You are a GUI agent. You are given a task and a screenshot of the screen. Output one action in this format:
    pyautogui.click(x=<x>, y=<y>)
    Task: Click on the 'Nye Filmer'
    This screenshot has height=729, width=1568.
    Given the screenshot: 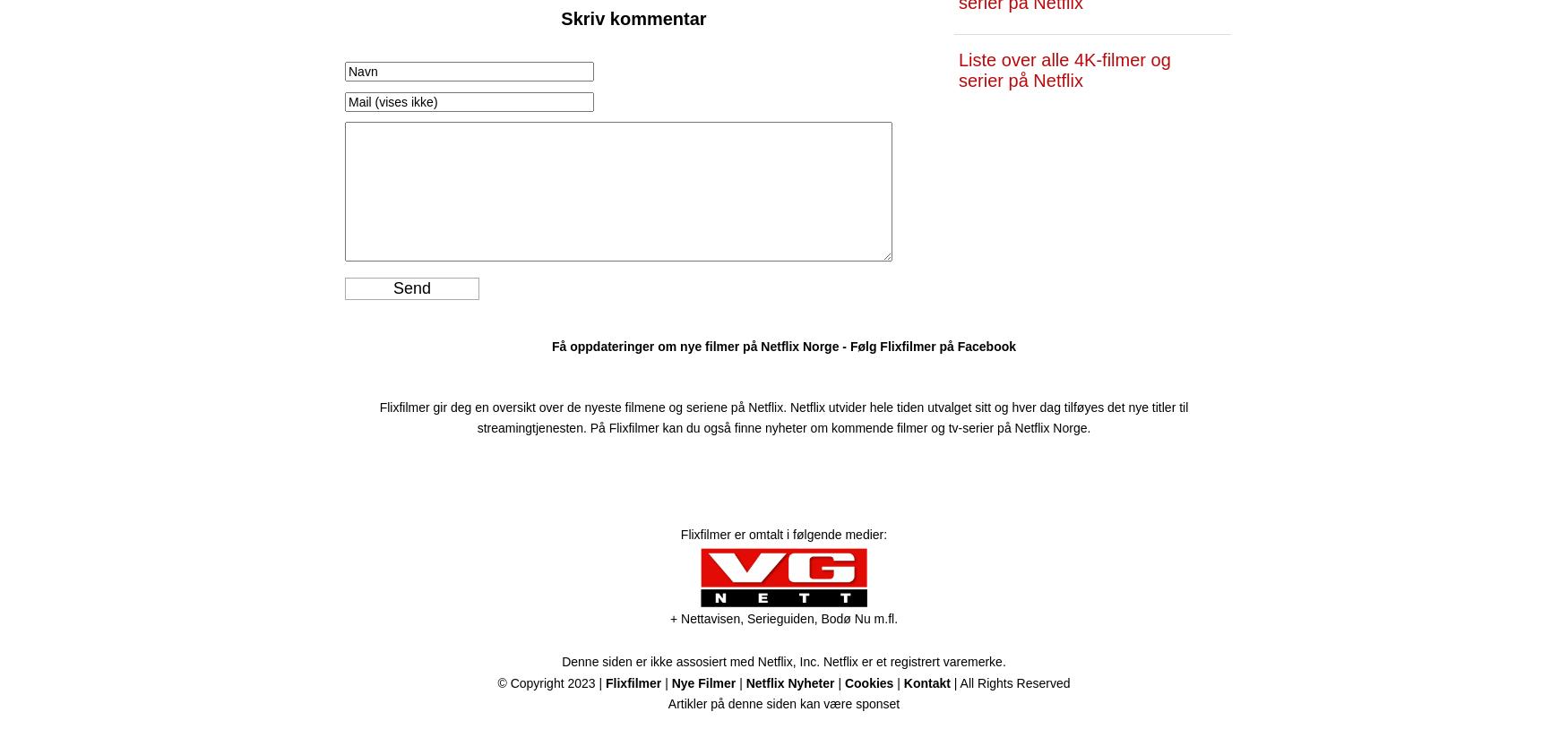 What is the action you would take?
    pyautogui.click(x=702, y=682)
    